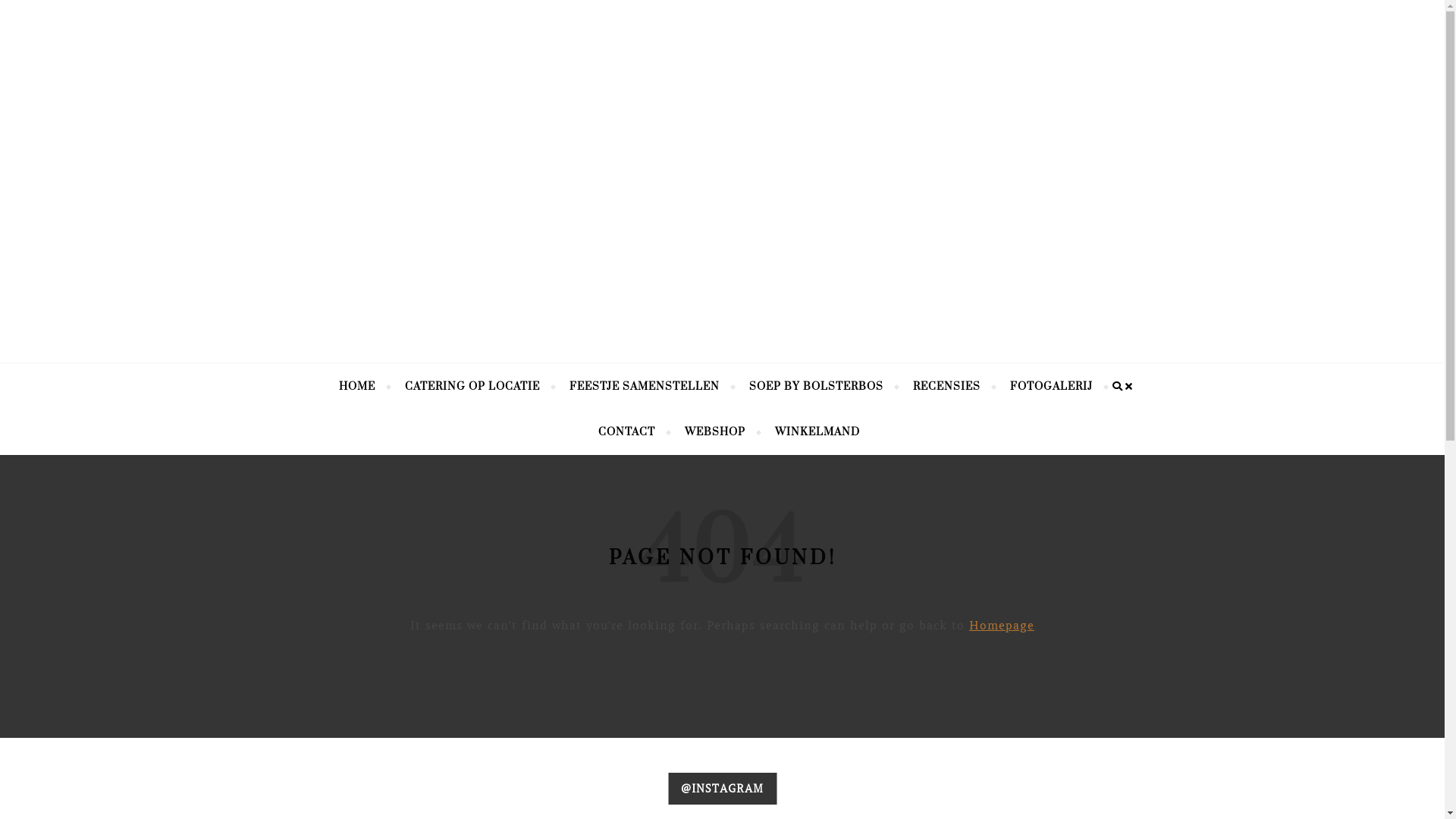 Image resolution: width=1456 pixels, height=819 pixels. Describe the element at coordinates (720, 152) in the screenshot. I see `'Cateringservice Bolsterbos'` at that location.